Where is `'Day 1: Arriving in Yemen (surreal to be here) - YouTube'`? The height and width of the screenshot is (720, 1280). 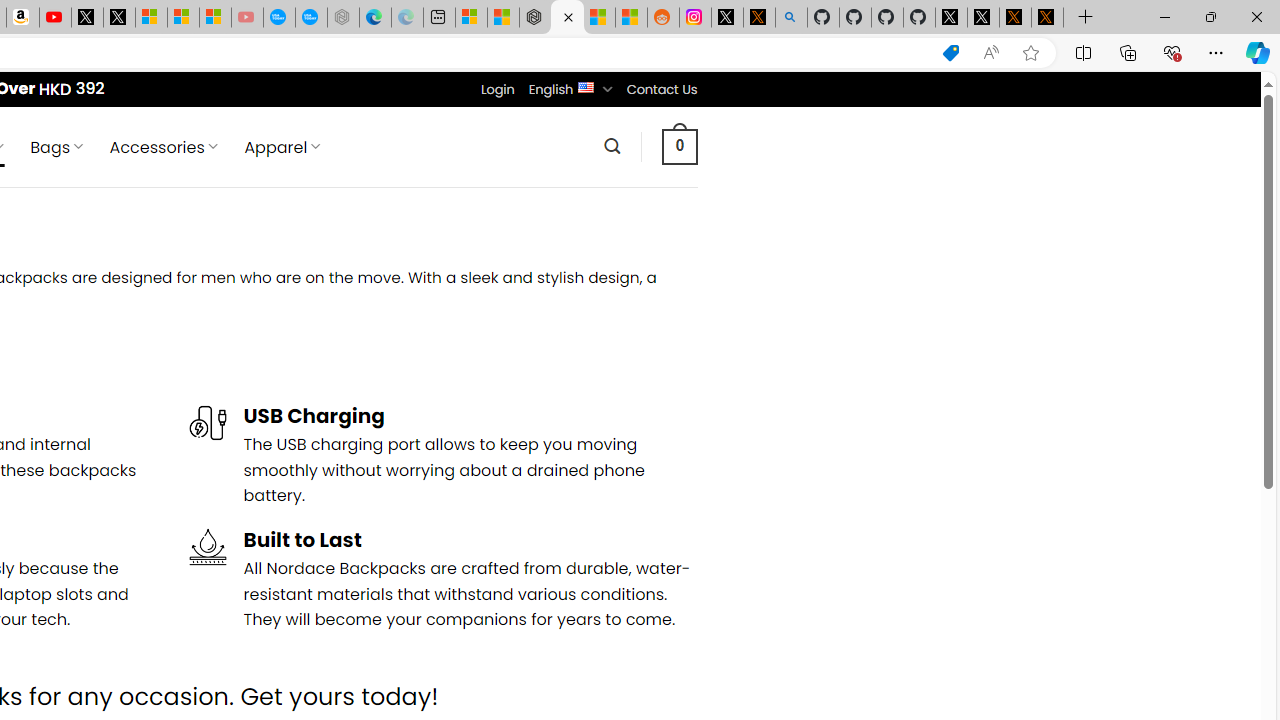
'Day 1: Arriving in Yemen (surreal to be here) - YouTube' is located at coordinates (55, 17).